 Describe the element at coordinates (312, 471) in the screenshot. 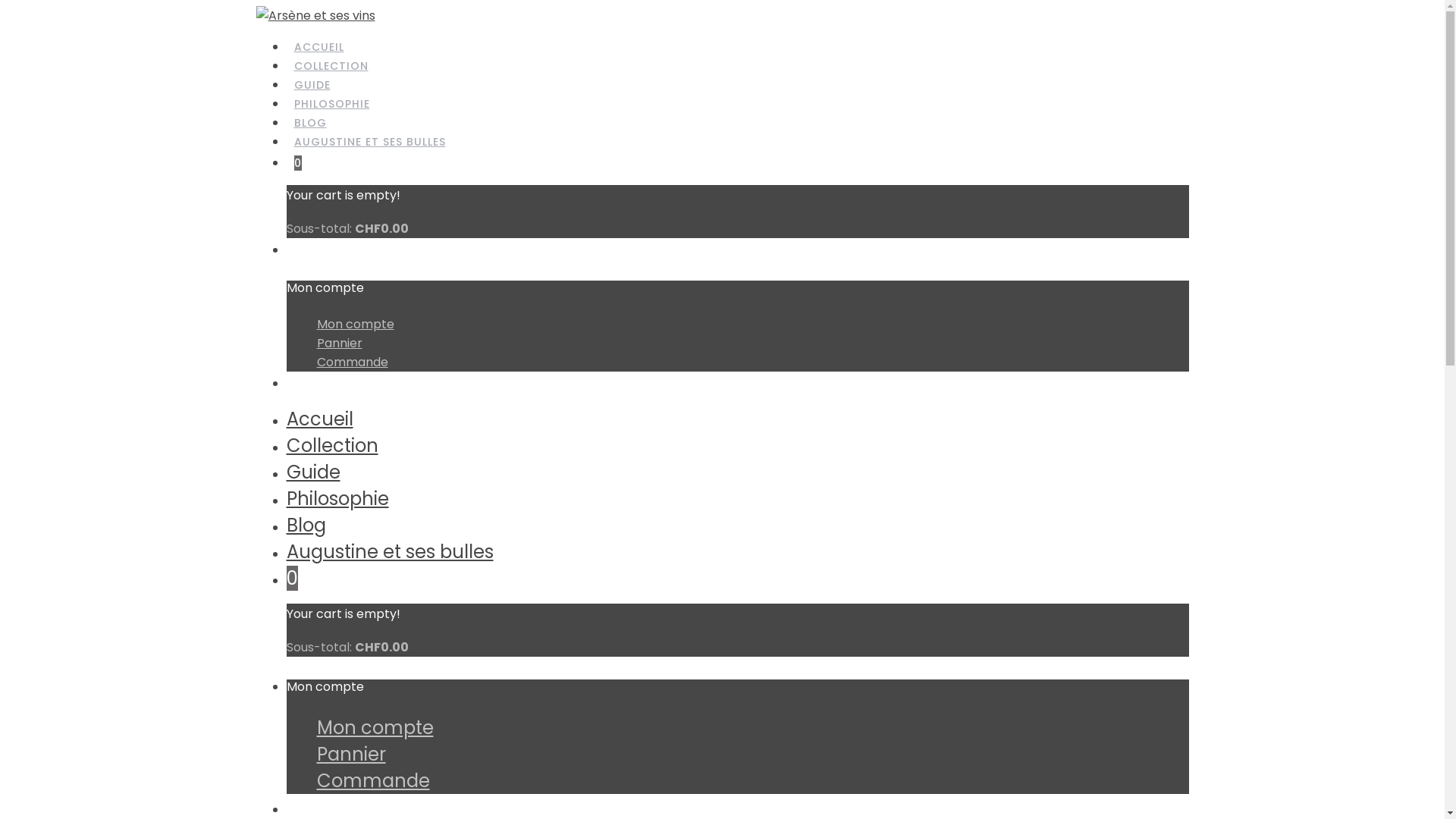

I see `'Guide'` at that location.